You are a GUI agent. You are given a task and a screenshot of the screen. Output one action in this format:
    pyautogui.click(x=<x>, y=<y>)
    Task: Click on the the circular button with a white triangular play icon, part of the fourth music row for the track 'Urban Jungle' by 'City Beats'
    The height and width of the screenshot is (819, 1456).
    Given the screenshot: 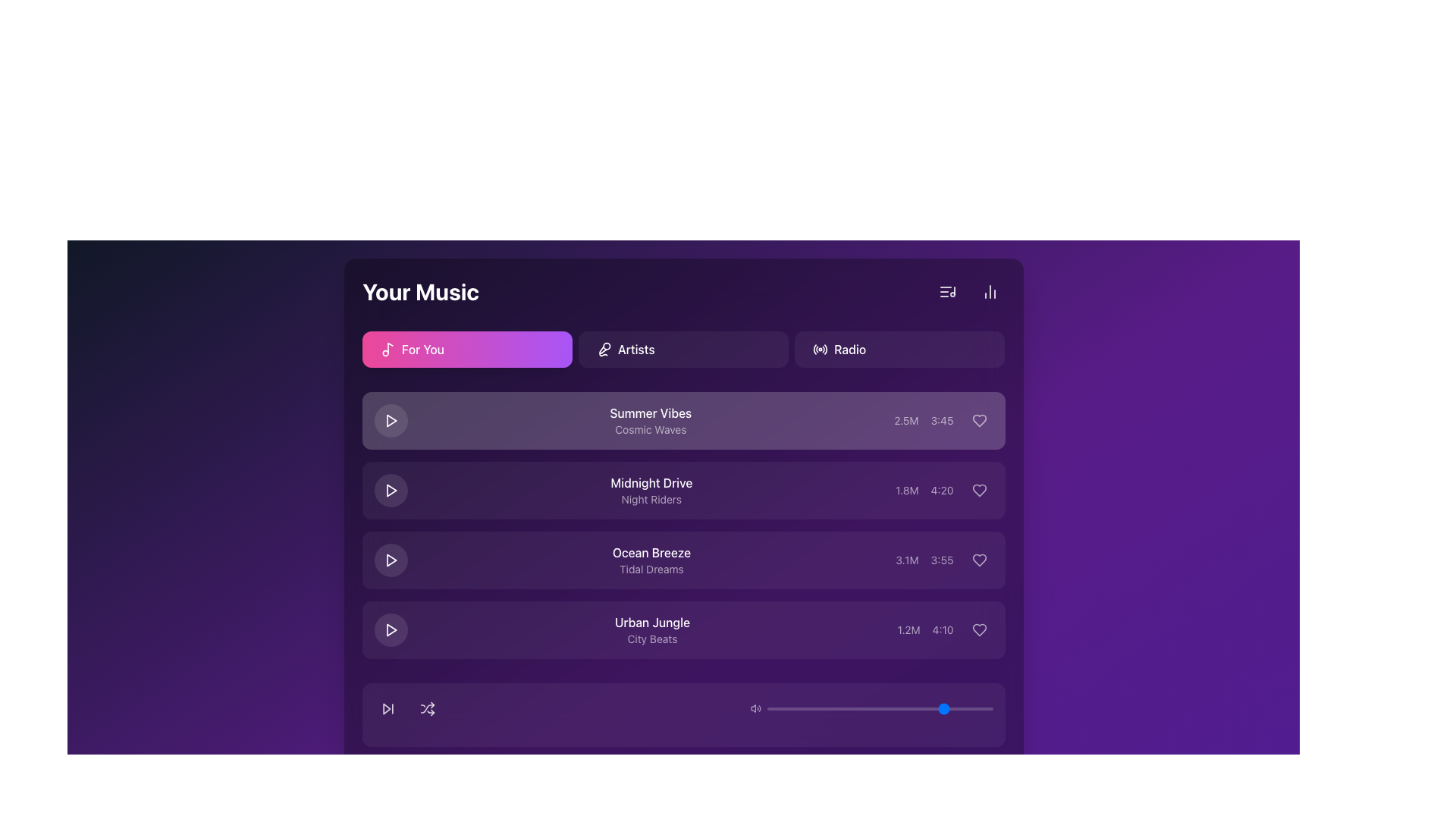 What is the action you would take?
    pyautogui.click(x=391, y=629)
    